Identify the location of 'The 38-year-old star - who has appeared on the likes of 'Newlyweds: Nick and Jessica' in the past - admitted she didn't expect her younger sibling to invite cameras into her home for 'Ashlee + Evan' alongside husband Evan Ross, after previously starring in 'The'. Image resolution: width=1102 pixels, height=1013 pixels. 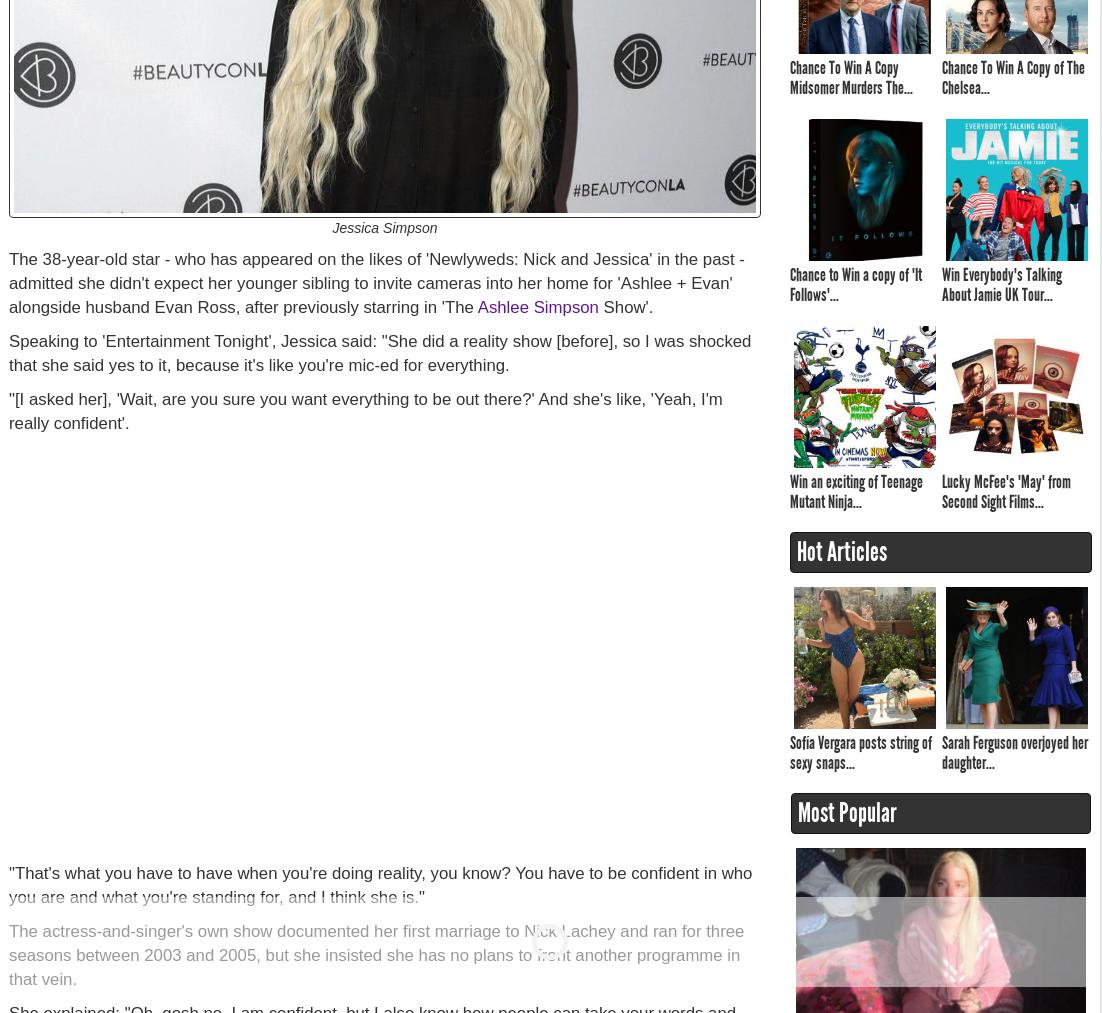
(8, 282).